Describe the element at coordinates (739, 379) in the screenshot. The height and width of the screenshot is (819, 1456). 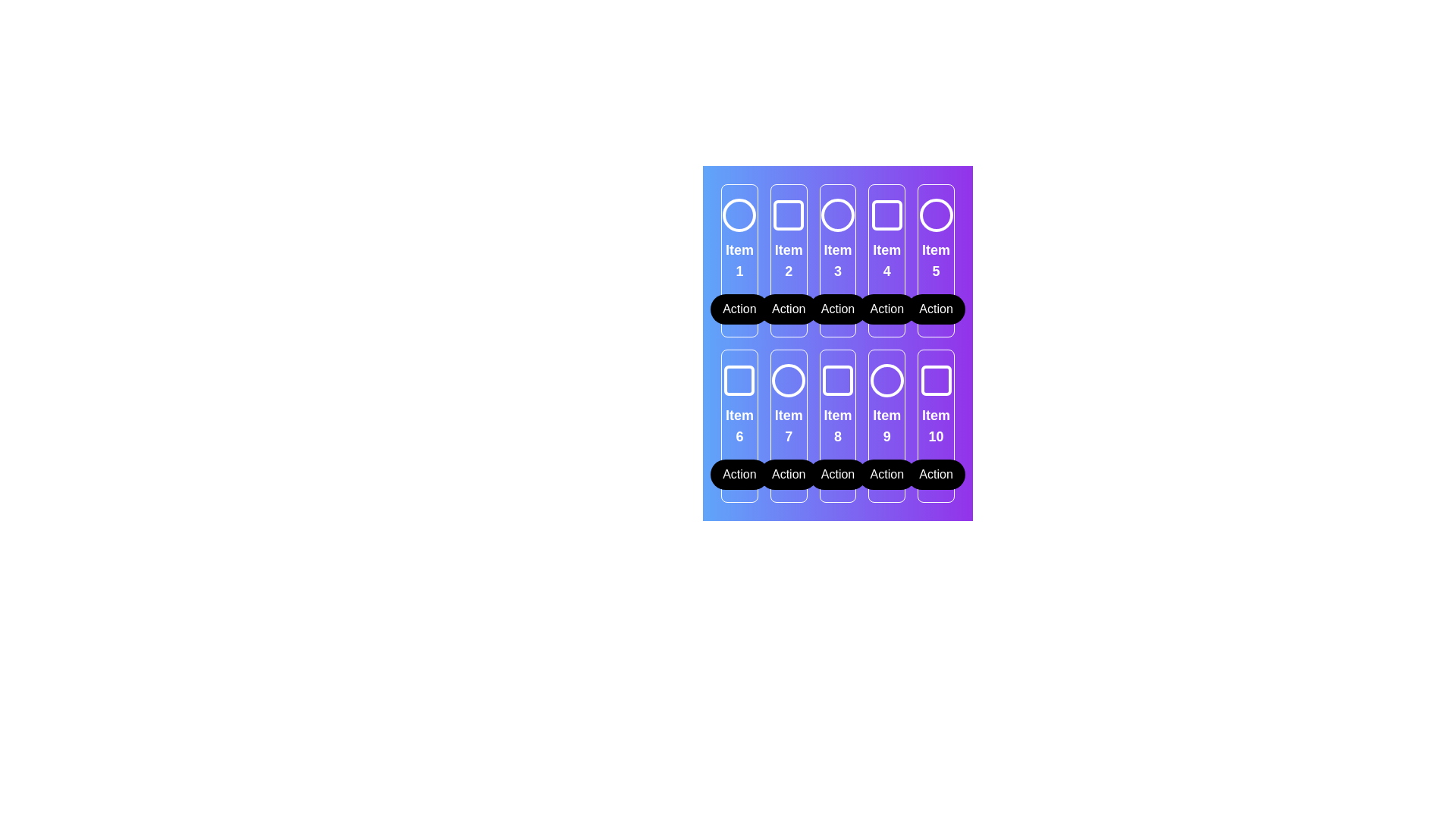
I see `the decorative or placeholder graphical element located in the second row, first column of the grid layout` at that location.